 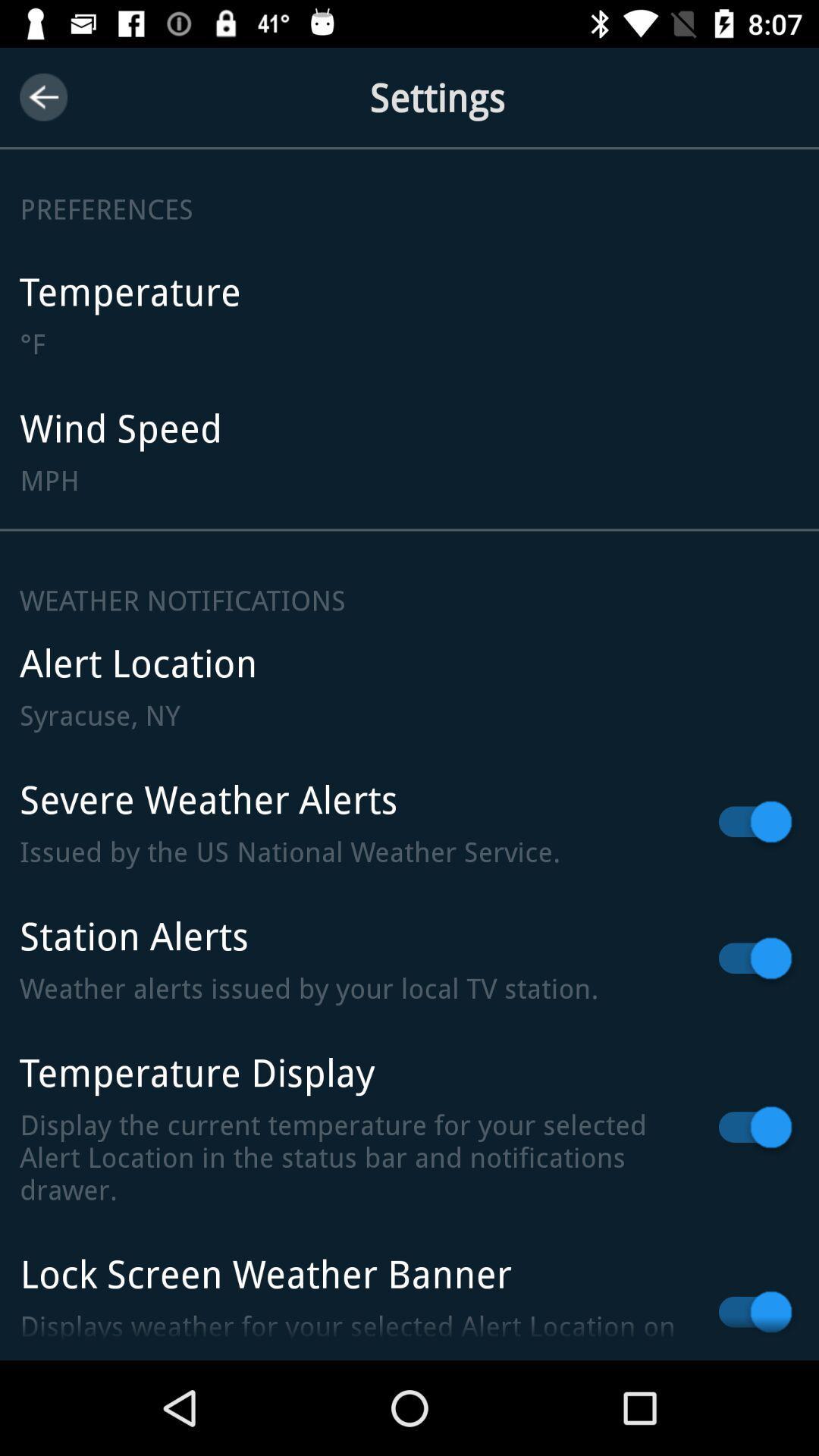 I want to click on the arrow_backward icon, so click(x=42, y=96).